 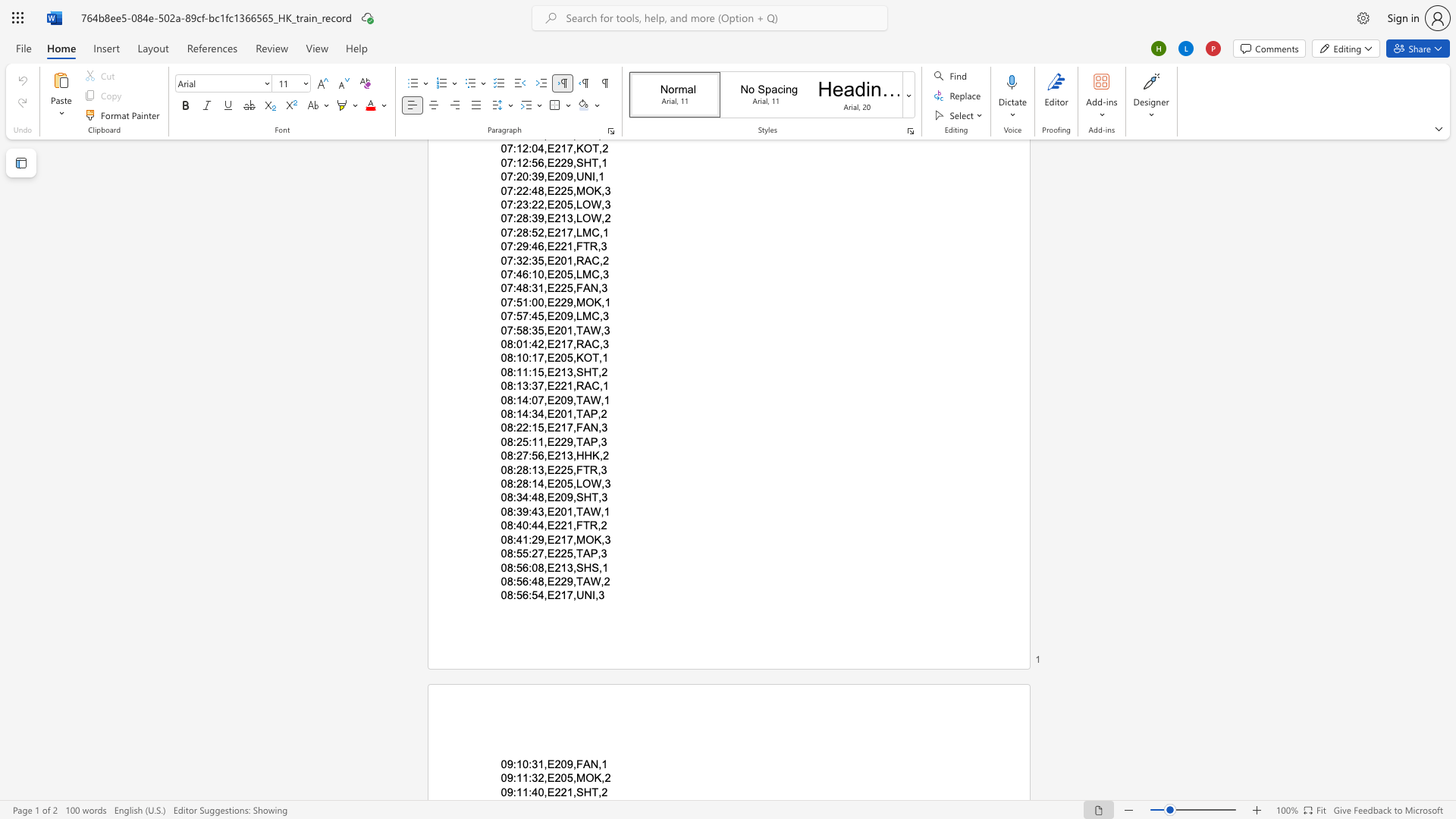 I want to click on the subset text "TR" within the text "08:40:44,E221,FTR,2", so click(x=582, y=525).